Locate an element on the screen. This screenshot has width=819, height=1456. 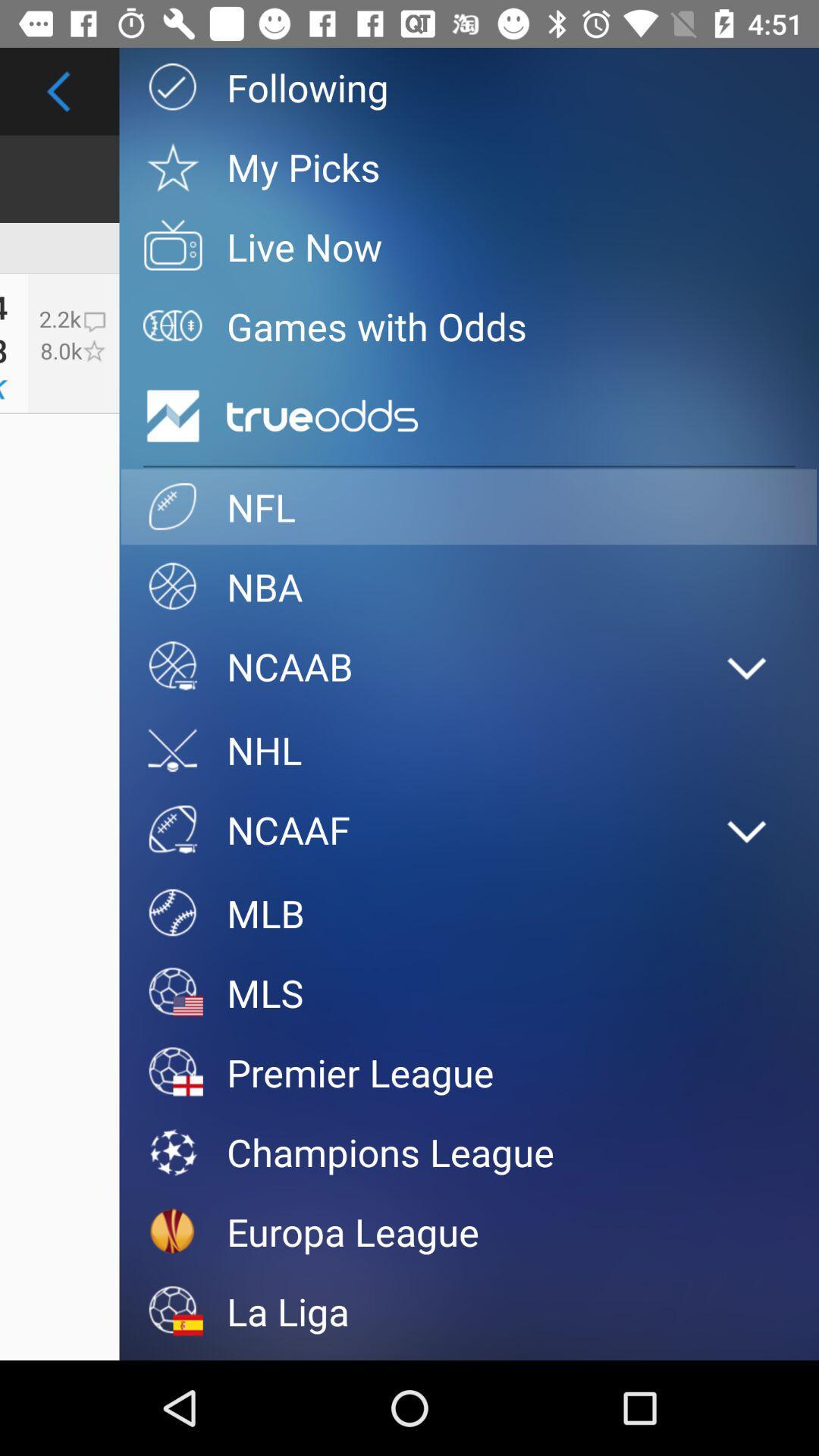
the nba is located at coordinates (468, 585).